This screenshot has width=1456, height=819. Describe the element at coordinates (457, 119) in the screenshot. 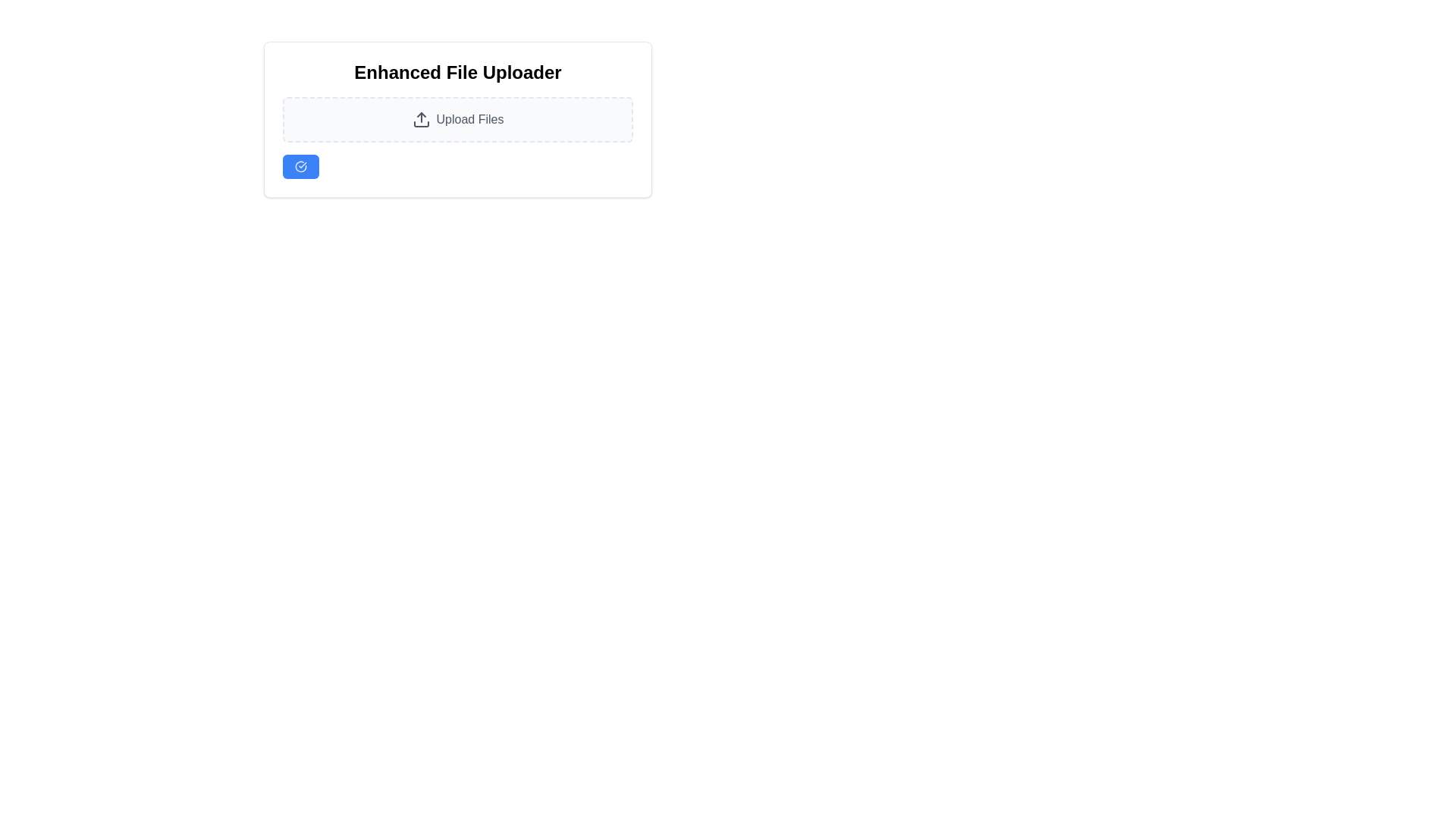

I see `the Interactive upload area located centrally under the title of 'Enhanced File Uploader' to observe hover effects` at that location.